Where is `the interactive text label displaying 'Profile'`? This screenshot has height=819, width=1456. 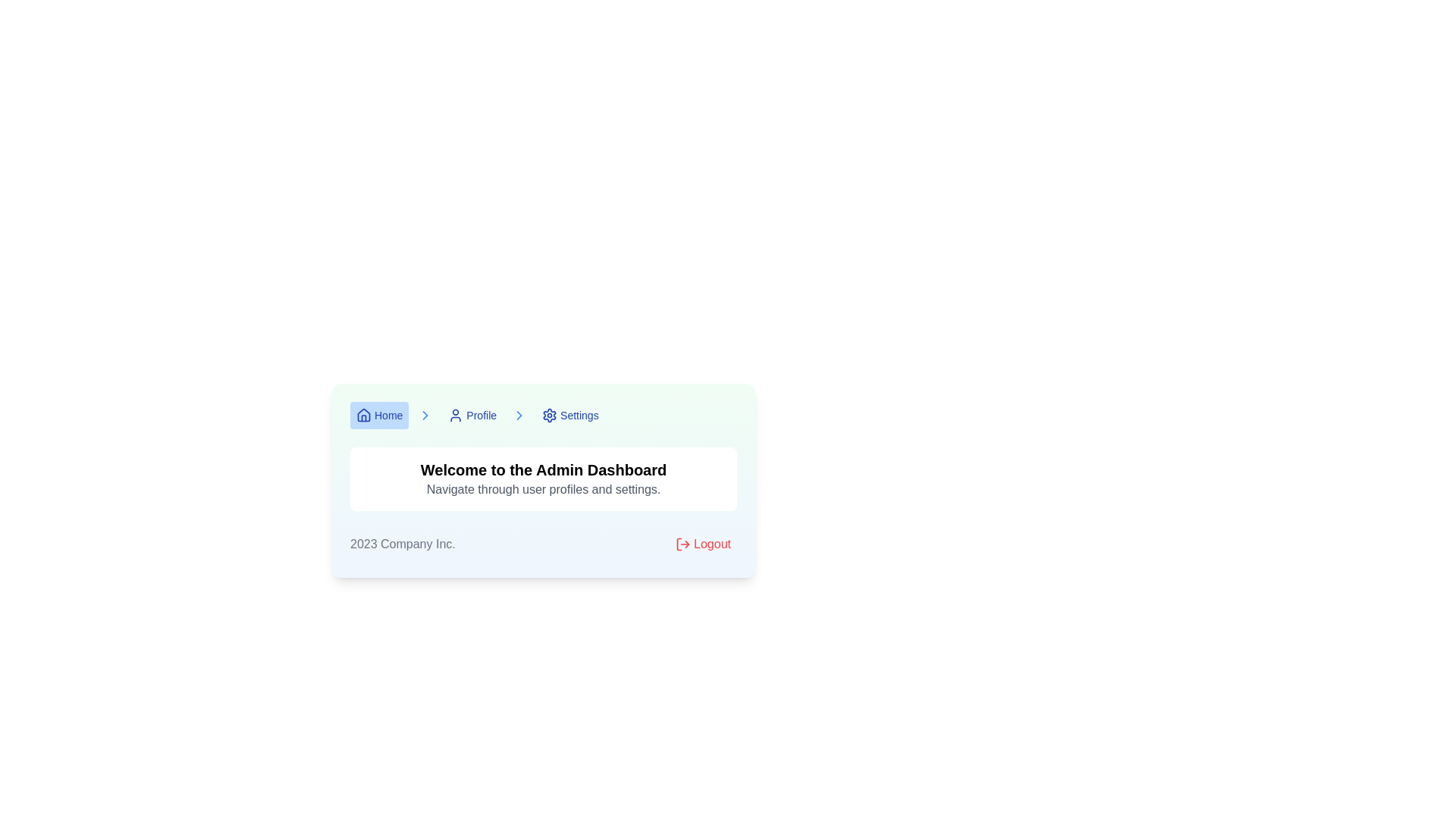
the interactive text label displaying 'Profile' is located at coordinates (480, 415).